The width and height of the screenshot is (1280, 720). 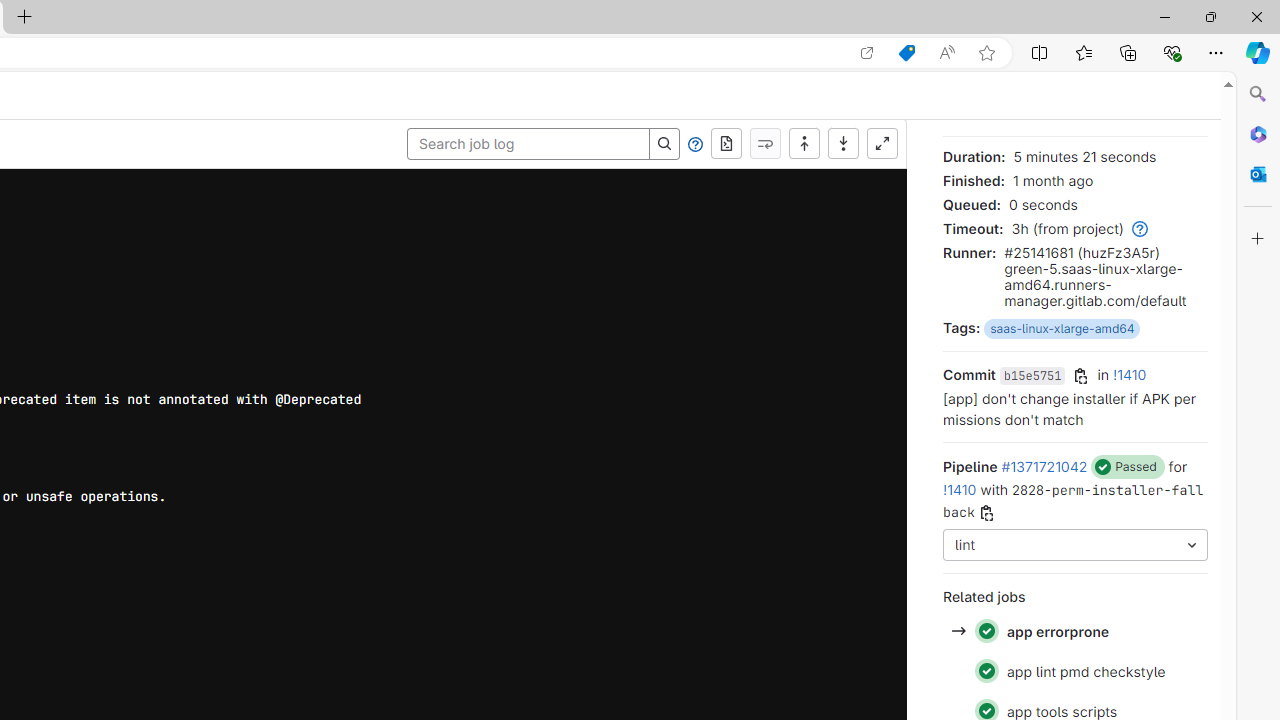 I want to click on 'Show full screen', so click(x=881, y=143).